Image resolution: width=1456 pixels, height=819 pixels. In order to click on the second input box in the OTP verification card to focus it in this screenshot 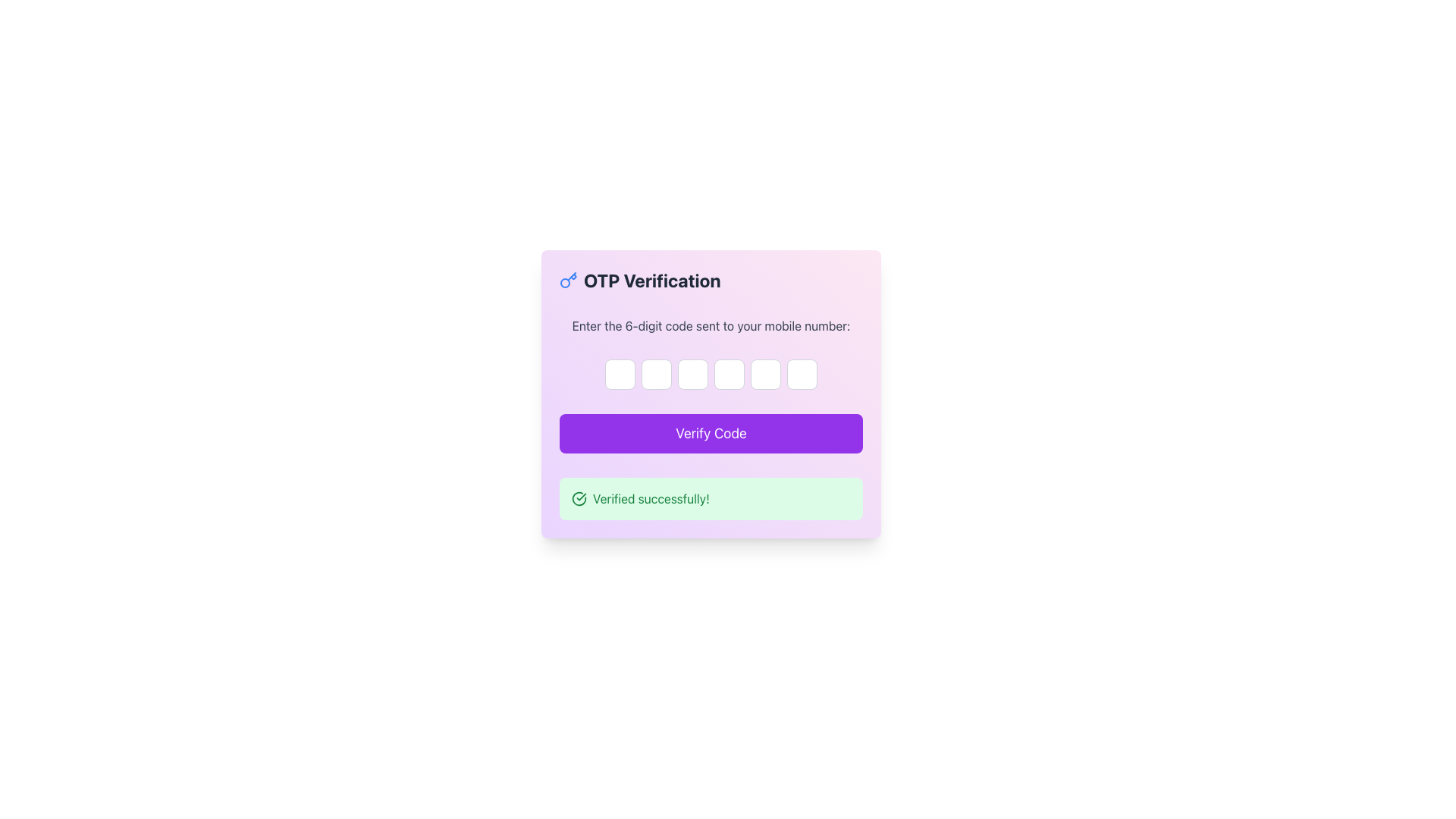, I will do `click(656, 374)`.